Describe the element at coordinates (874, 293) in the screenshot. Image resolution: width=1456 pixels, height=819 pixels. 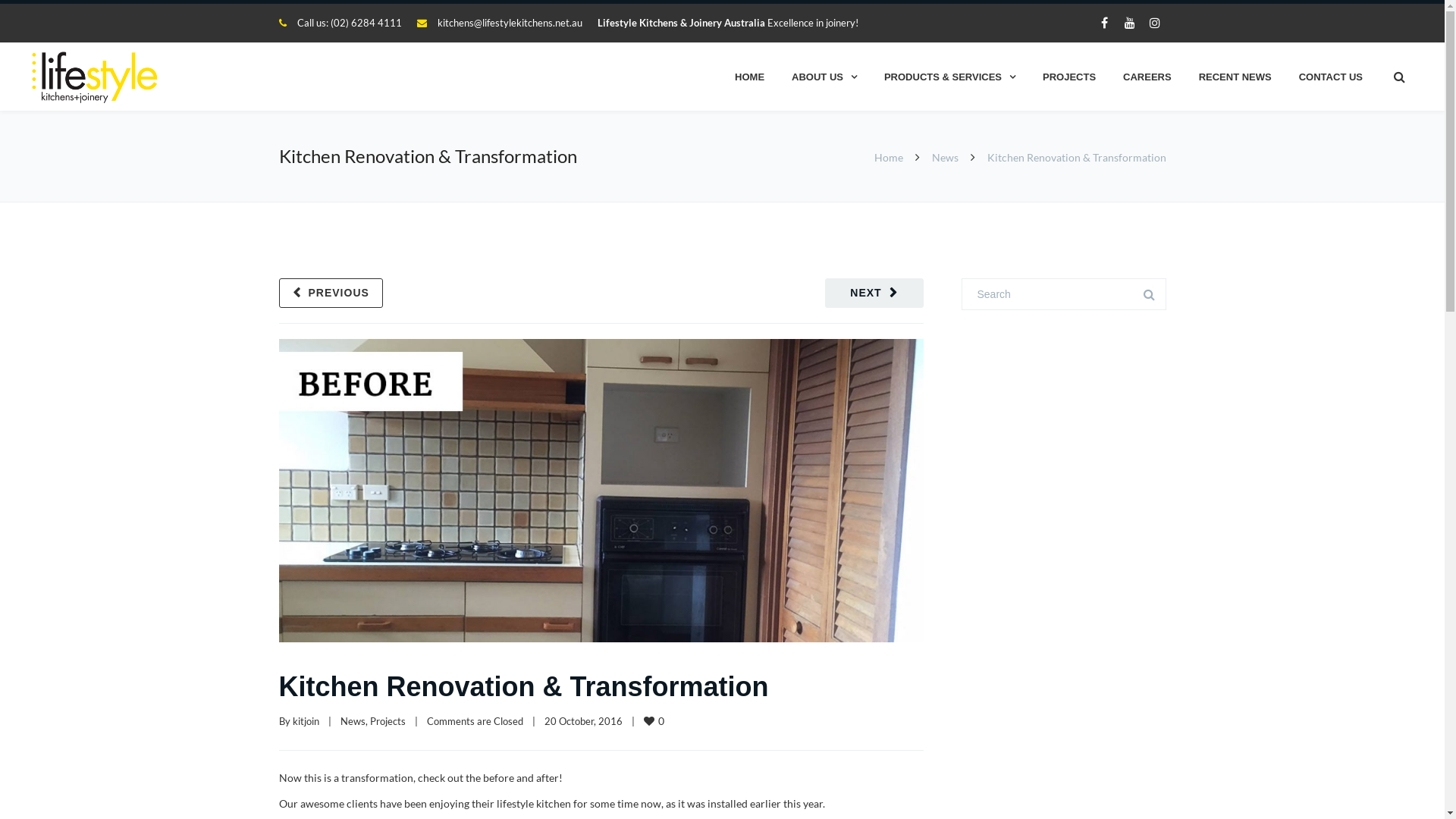
I see `'NEXT'` at that location.